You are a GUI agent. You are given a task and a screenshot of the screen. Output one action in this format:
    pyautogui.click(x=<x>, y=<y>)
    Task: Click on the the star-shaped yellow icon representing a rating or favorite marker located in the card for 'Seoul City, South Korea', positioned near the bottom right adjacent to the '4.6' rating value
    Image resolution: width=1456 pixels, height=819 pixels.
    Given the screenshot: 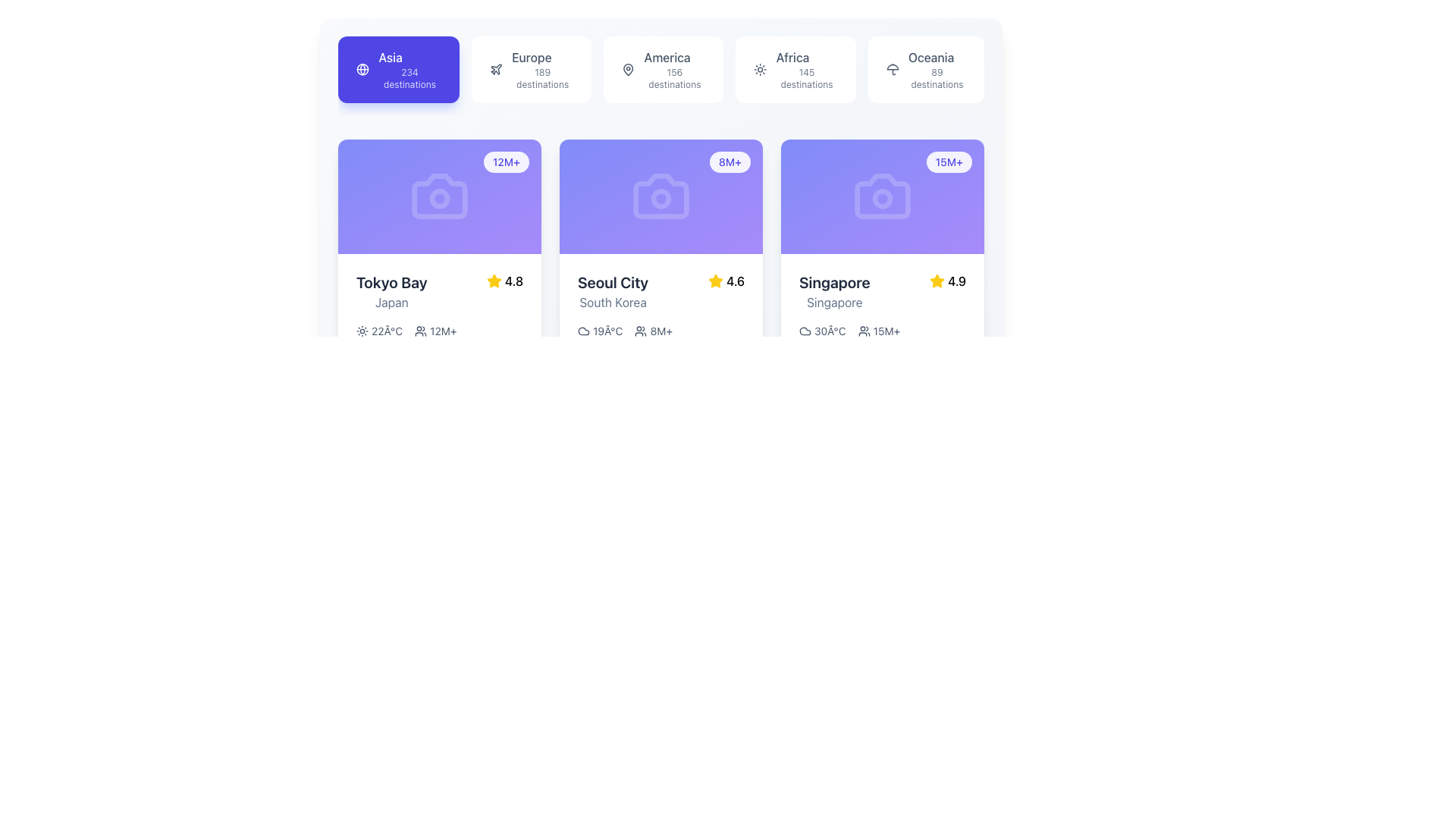 What is the action you would take?
    pyautogui.click(x=494, y=281)
    